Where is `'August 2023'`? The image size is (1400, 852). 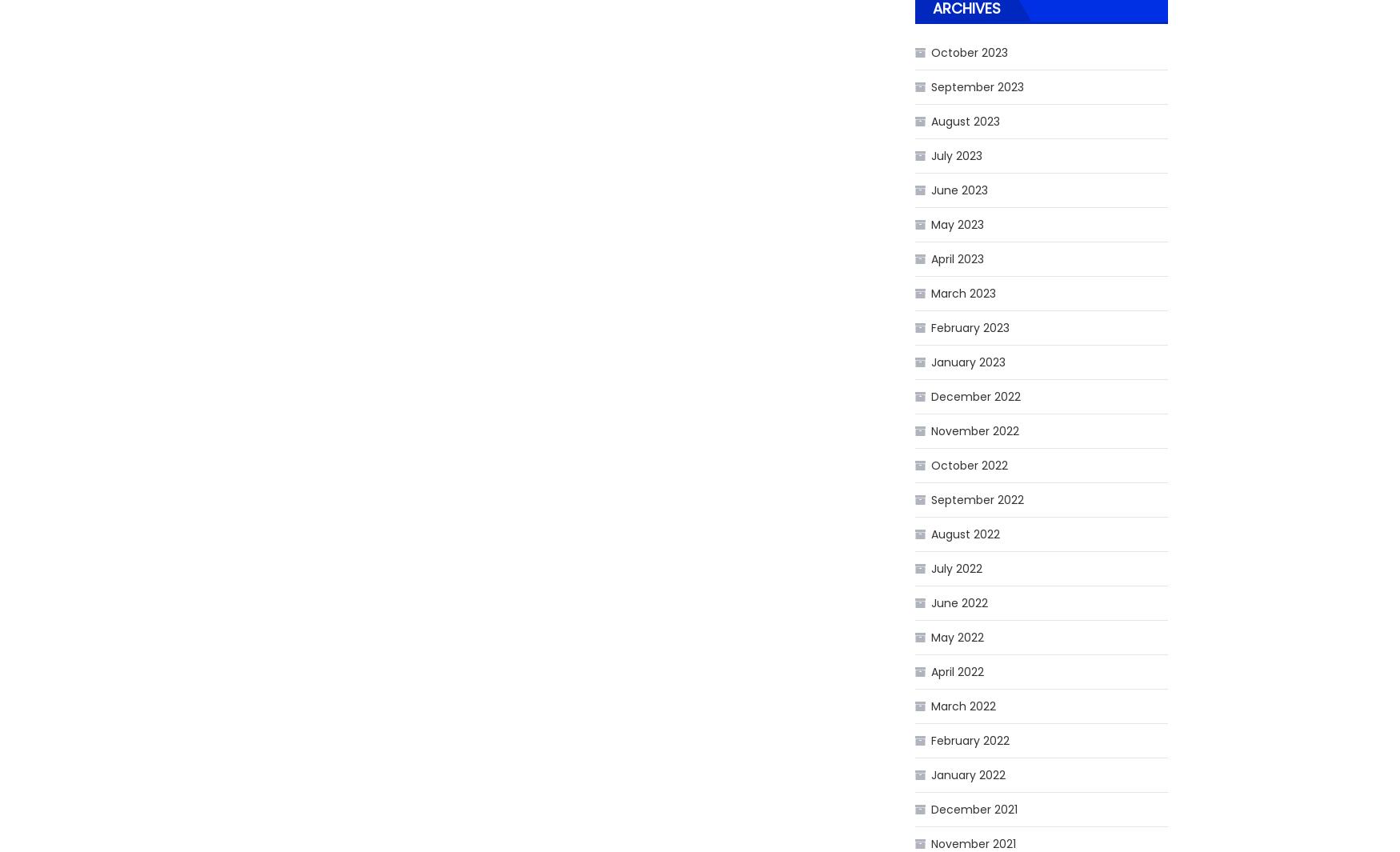
'August 2023' is located at coordinates (965, 120).